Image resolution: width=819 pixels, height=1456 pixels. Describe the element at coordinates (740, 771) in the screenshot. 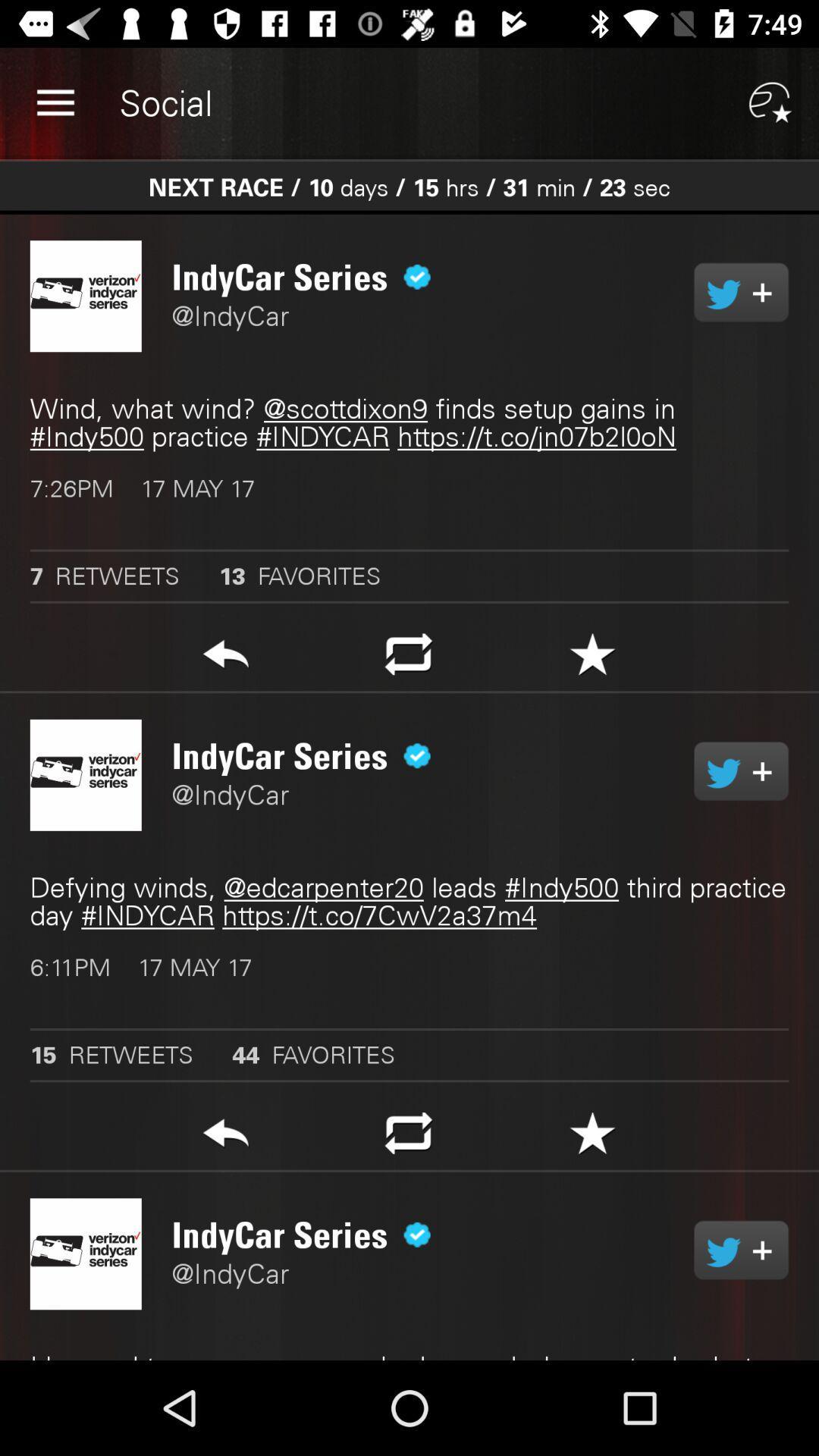

I see `switch autoplay option` at that location.